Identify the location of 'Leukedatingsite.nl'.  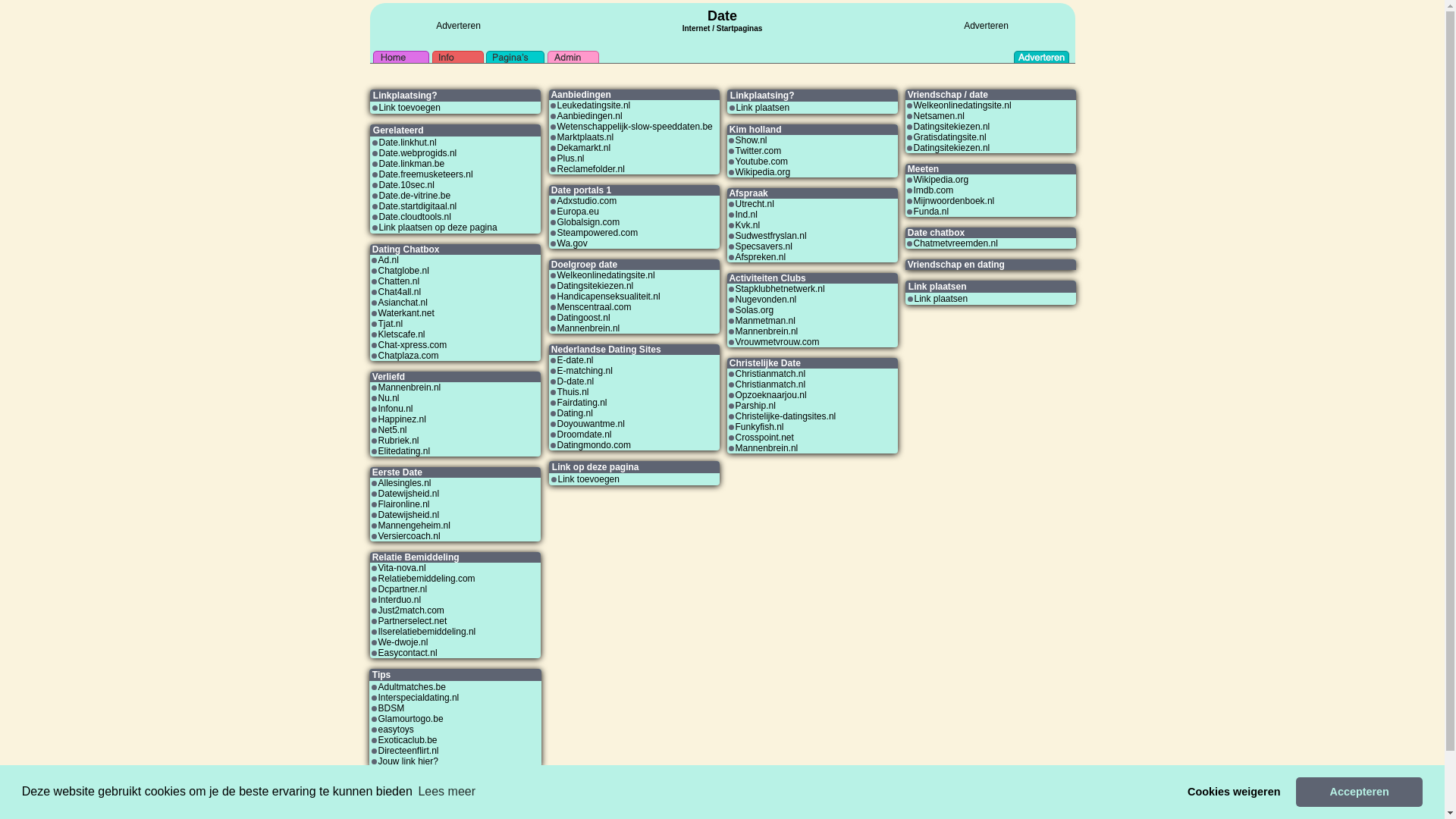
(556, 104).